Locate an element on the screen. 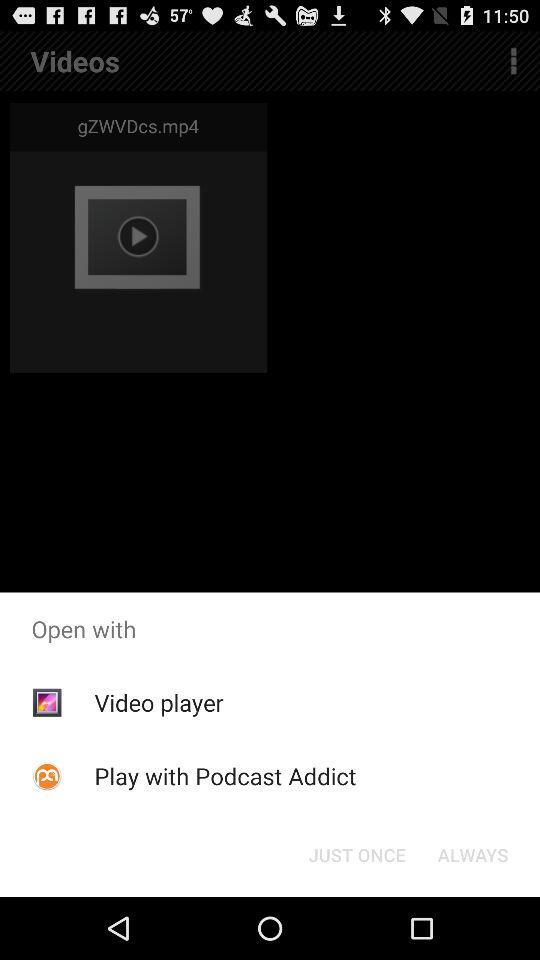 This screenshot has width=540, height=960. button next to the always icon is located at coordinates (356, 853).